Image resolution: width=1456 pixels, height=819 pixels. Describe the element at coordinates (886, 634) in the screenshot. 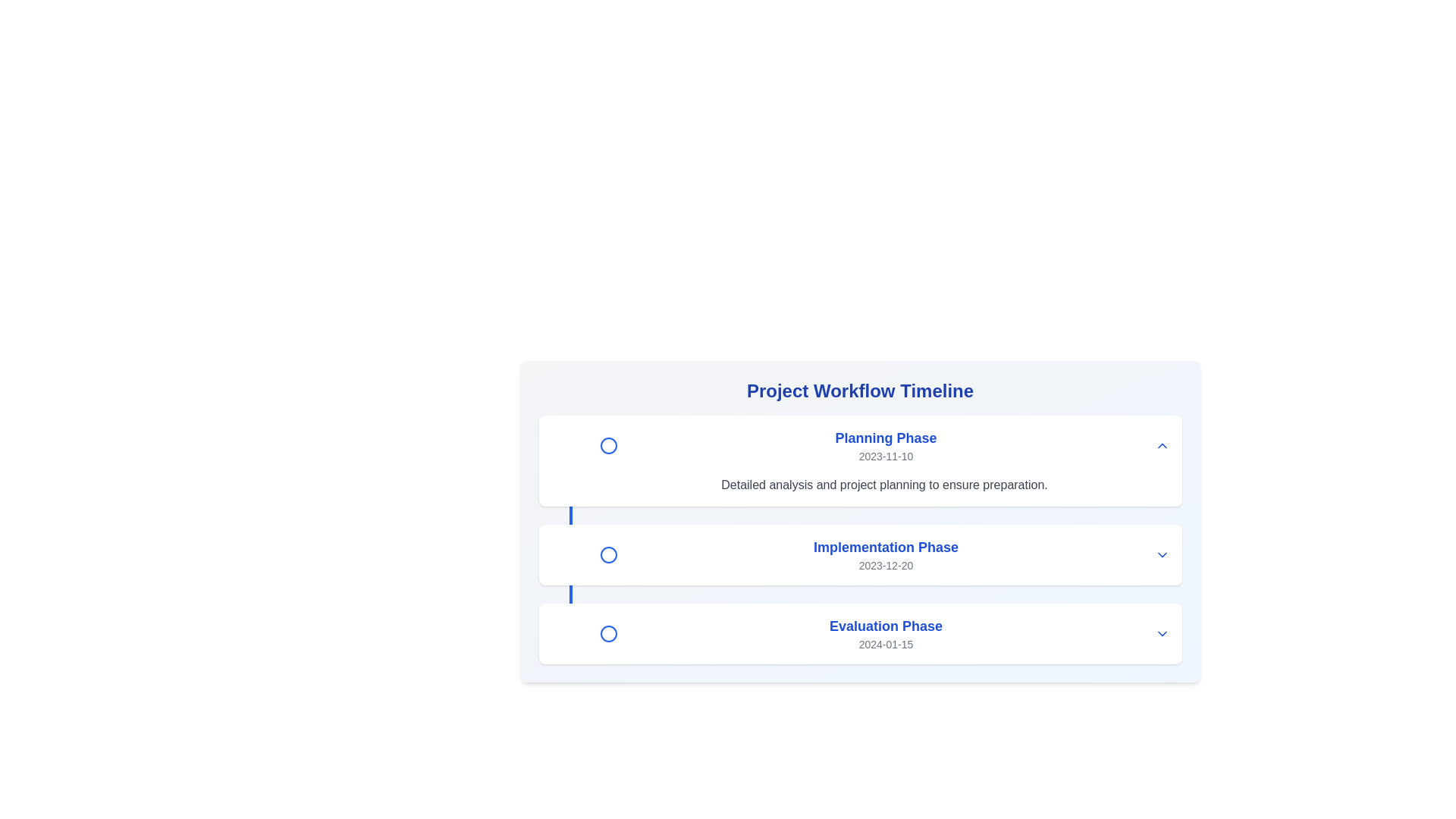

I see `the text label indicating the specific phase of a project timeline, which is the third item in the vertical list following 'Planning Phase' and 'Implementation Phase'` at that location.